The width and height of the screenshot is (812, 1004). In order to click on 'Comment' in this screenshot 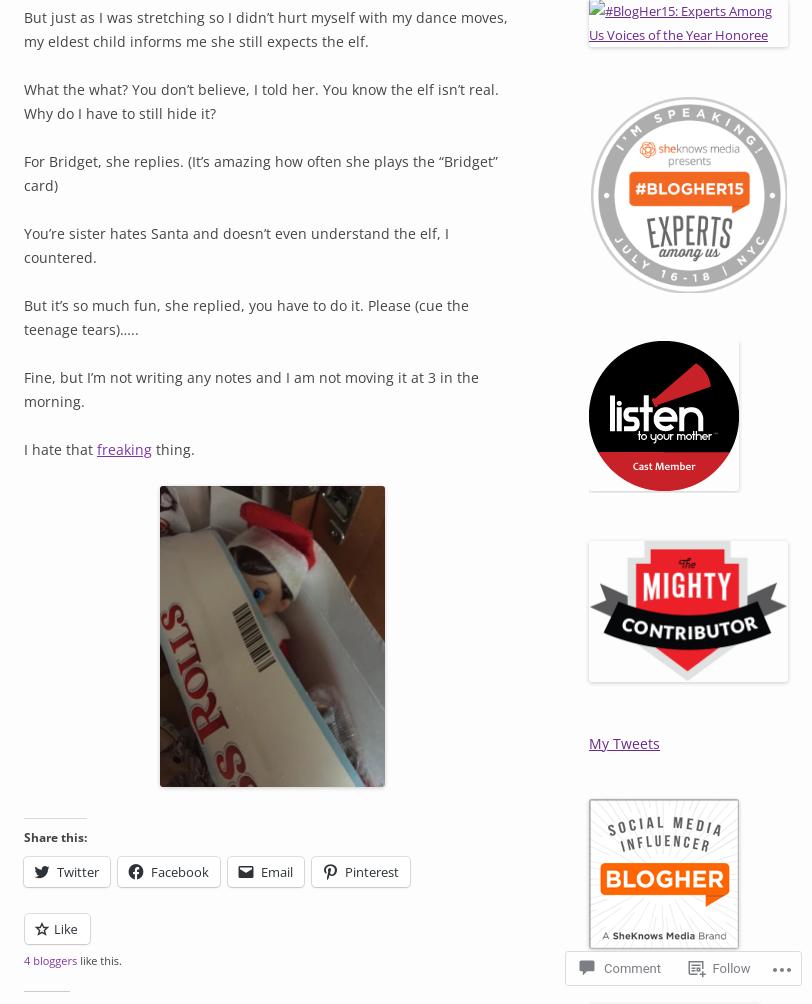, I will do `click(632, 967)`.